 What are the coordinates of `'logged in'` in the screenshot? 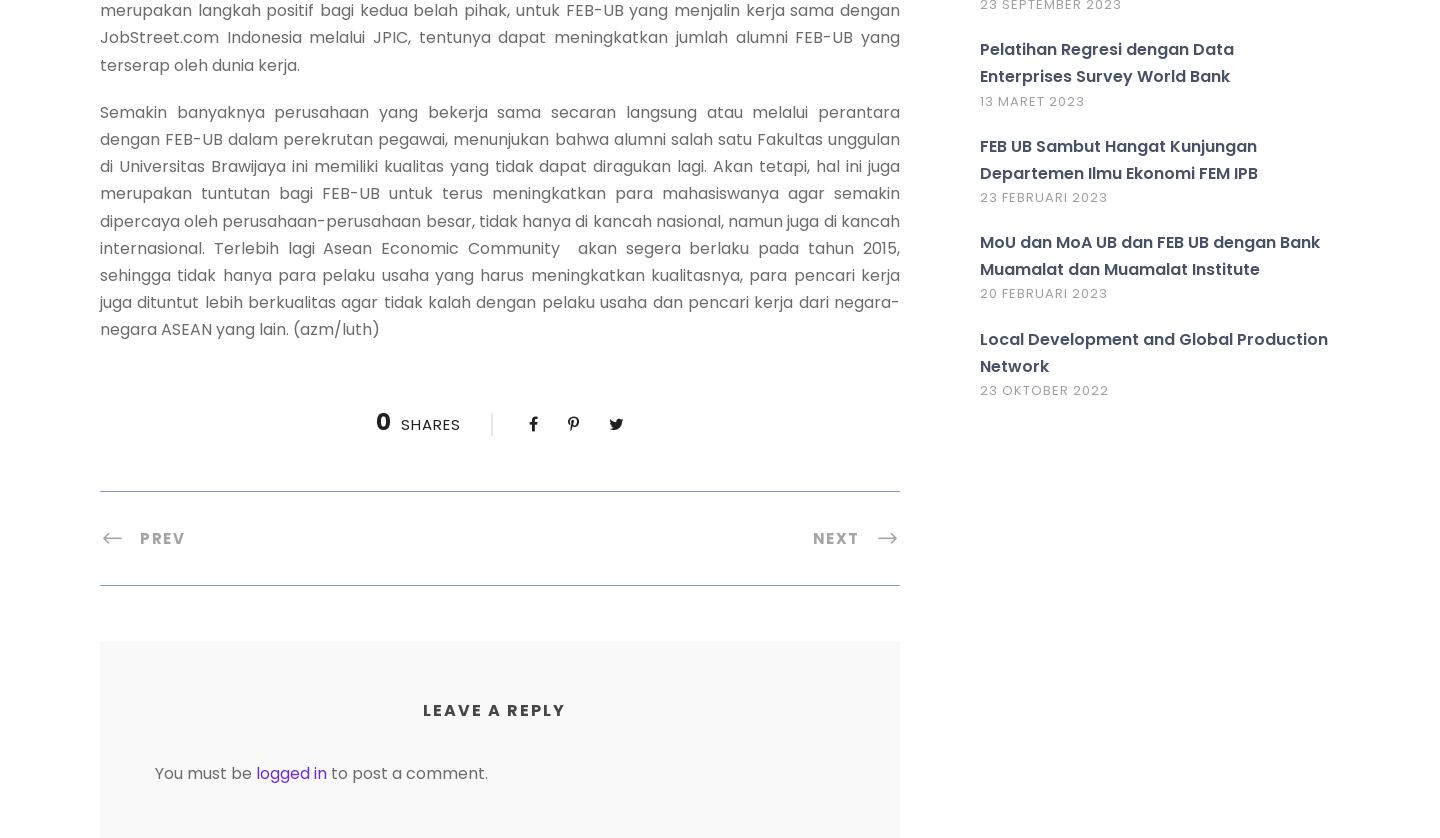 It's located at (255, 771).